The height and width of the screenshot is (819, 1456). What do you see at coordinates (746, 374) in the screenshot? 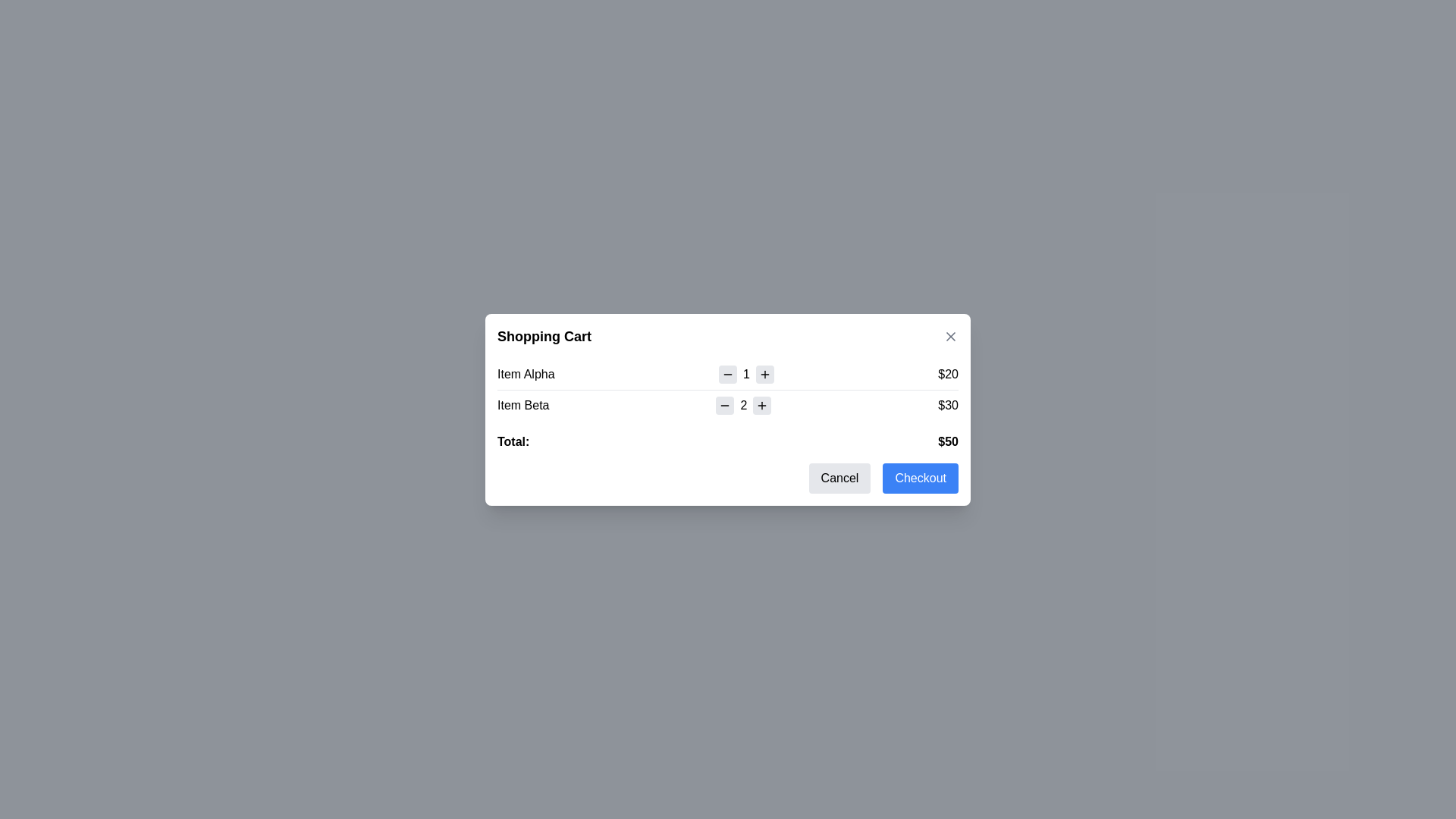
I see `the static text indicator displaying the current quantity of 'Item Alpha' in the shopping cart, located centrally in the quantity adjustment field beneath the 'Shopping Cart' heading` at bounding box center [746, 374].